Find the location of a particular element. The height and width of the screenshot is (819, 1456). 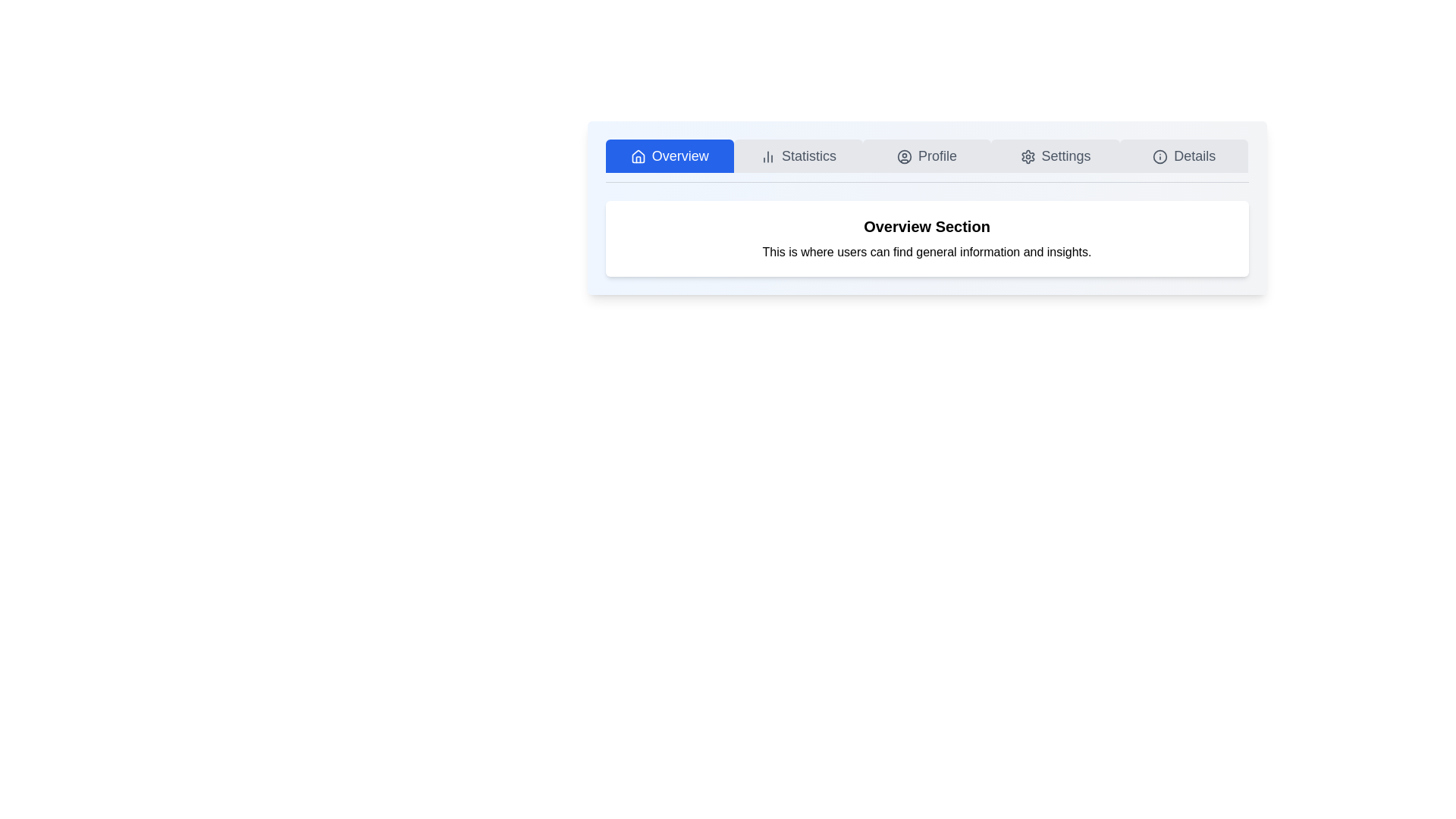

the Informational Text Section that provides an overview related to the selected 'Overview' tab option, positioned centrally below the navigation bar is located at coordinates (926, 239).